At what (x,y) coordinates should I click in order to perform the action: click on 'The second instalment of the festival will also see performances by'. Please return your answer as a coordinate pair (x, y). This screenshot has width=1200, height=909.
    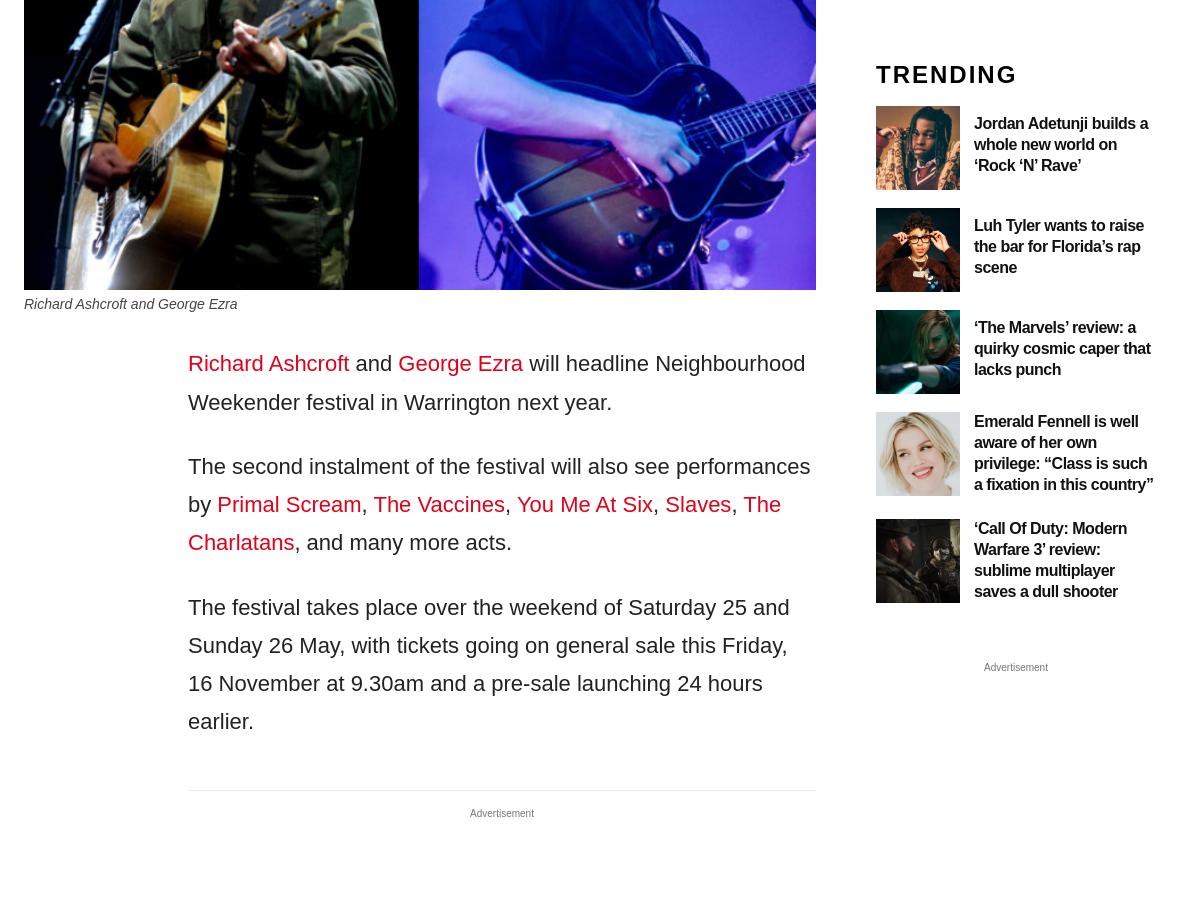
    Looking at the image, I should click on (497, 485).